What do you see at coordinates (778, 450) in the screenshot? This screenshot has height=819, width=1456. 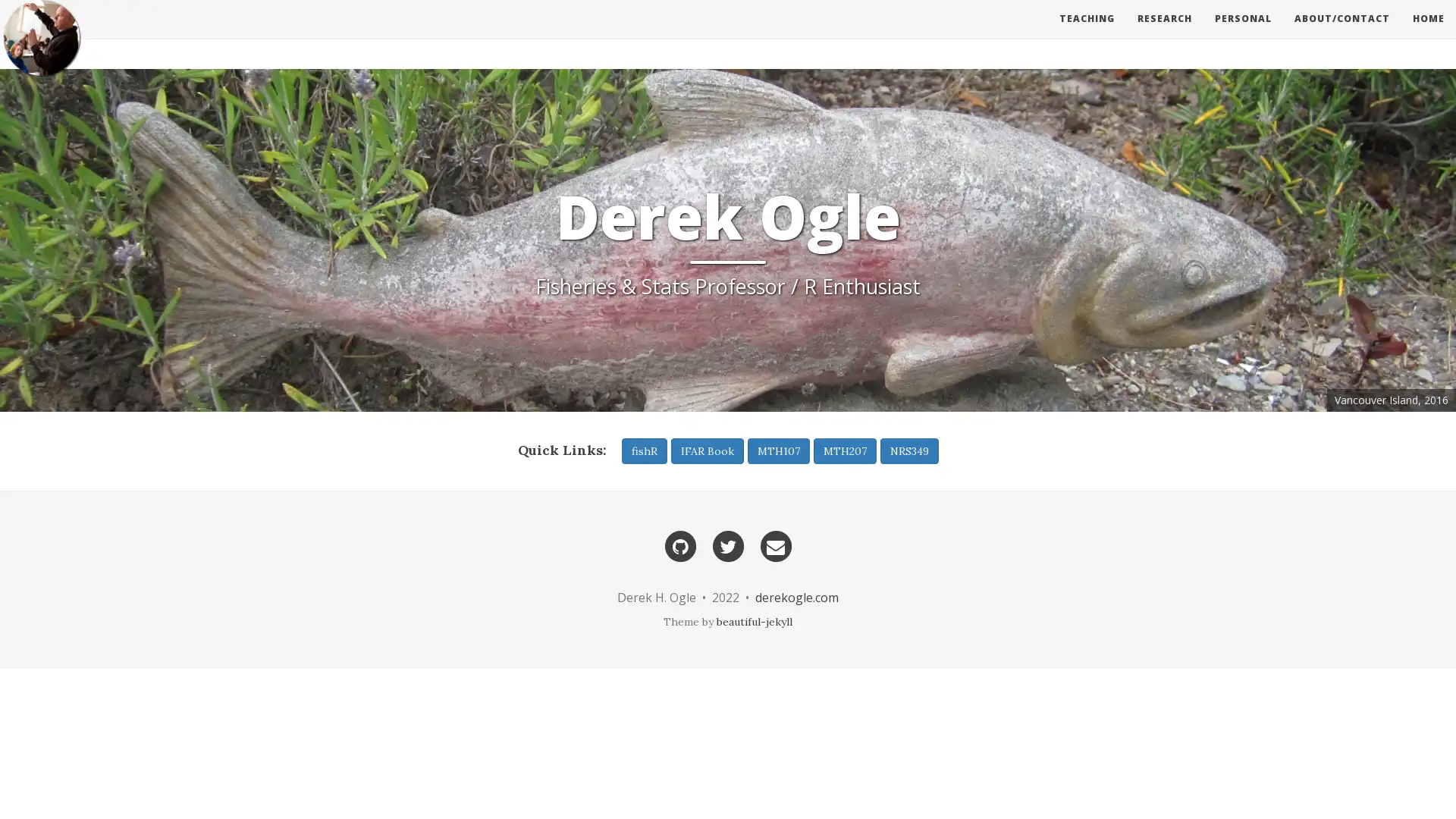 I see `MTH107` at bounding box center [778, 450].